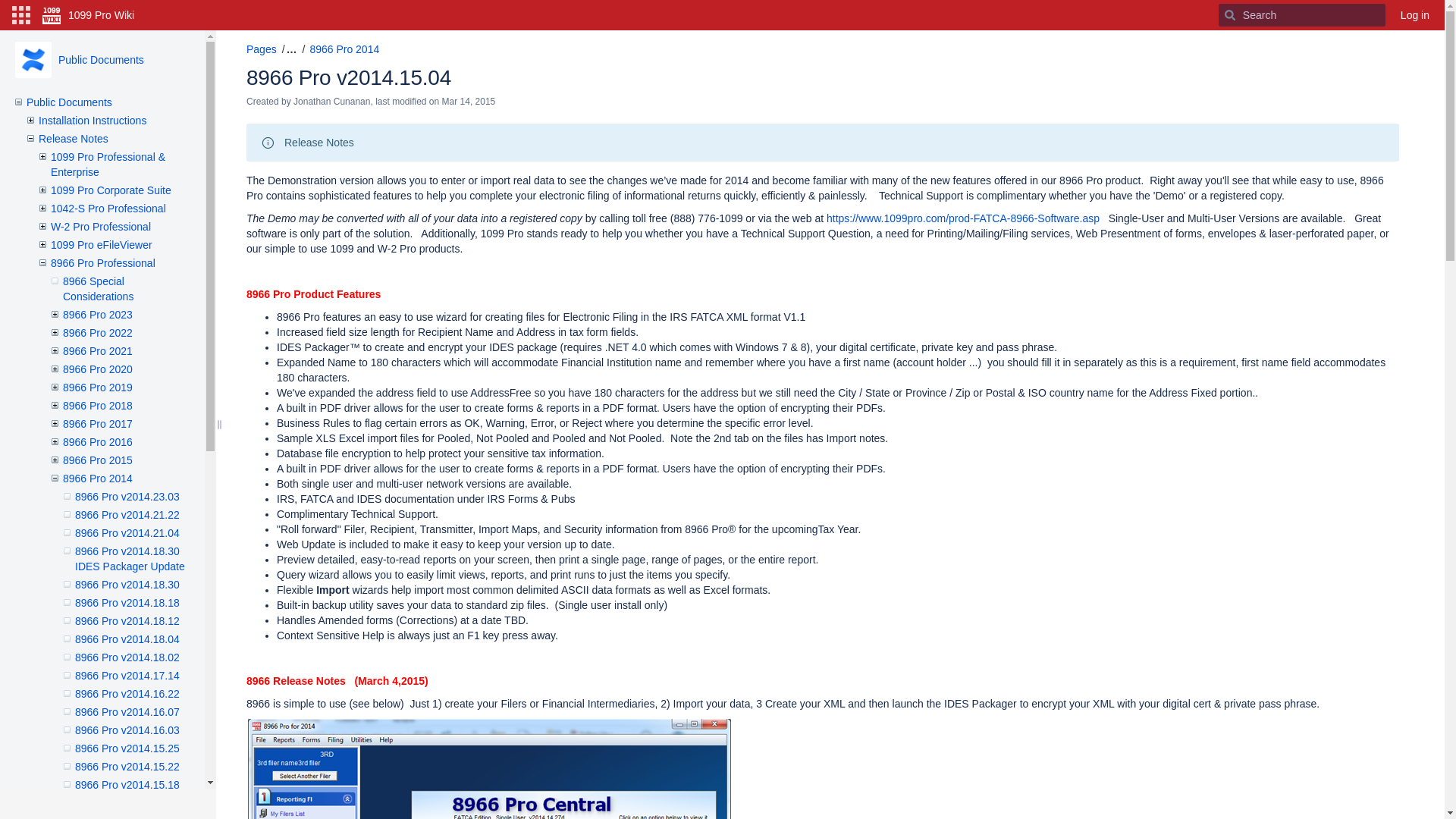 The image size is (1456, 819). What do you see at coordinates (61, 405) in the screenshot?
I see `'8966 Pro 2018'` at bounding box center [61, 405].